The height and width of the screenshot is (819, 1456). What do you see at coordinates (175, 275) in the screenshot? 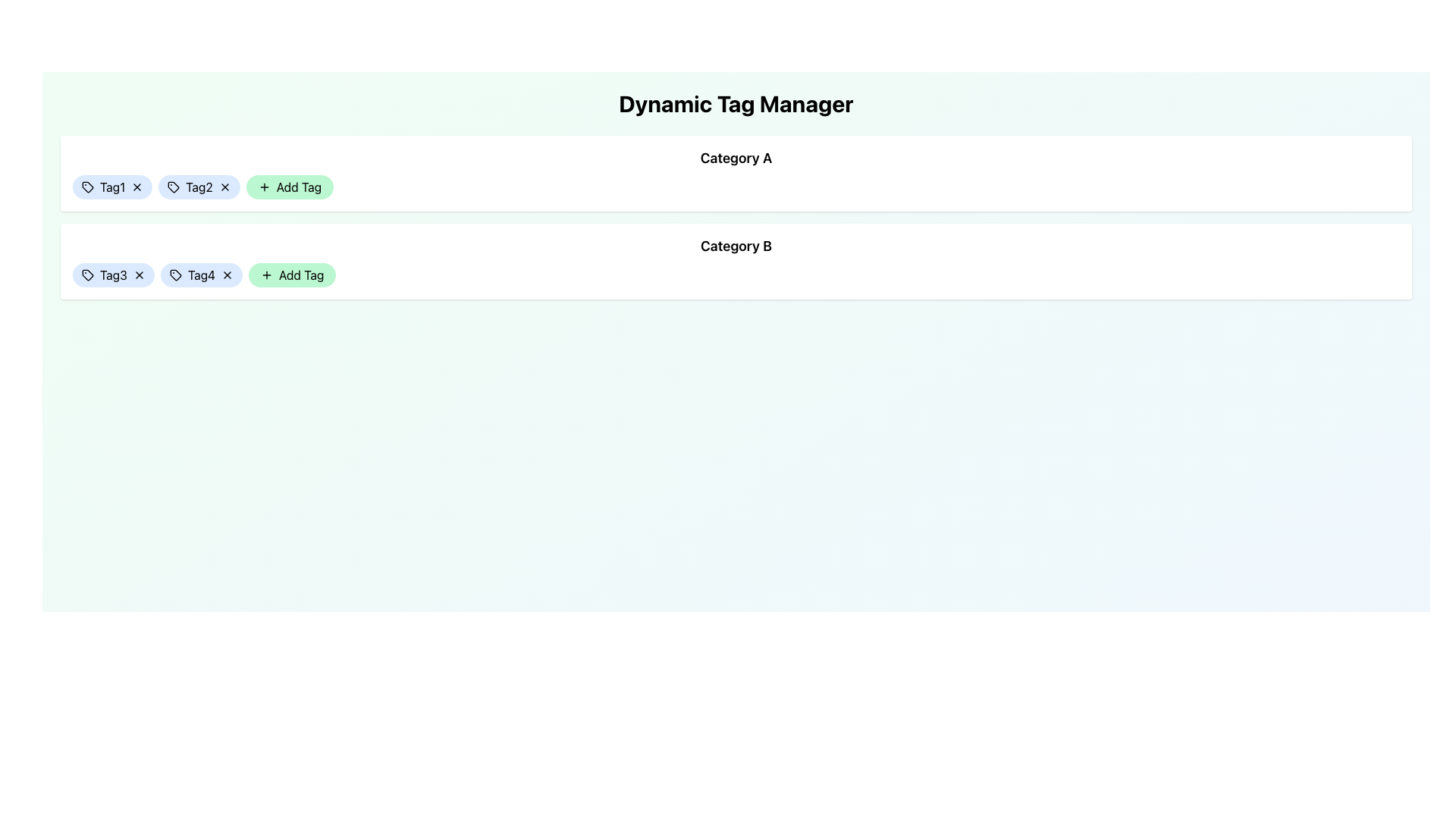
I see `the tag-shaped icon associated with the Tag4 label in Category B, located to the left of the Tag4 text` at bounding box center [175, 275].